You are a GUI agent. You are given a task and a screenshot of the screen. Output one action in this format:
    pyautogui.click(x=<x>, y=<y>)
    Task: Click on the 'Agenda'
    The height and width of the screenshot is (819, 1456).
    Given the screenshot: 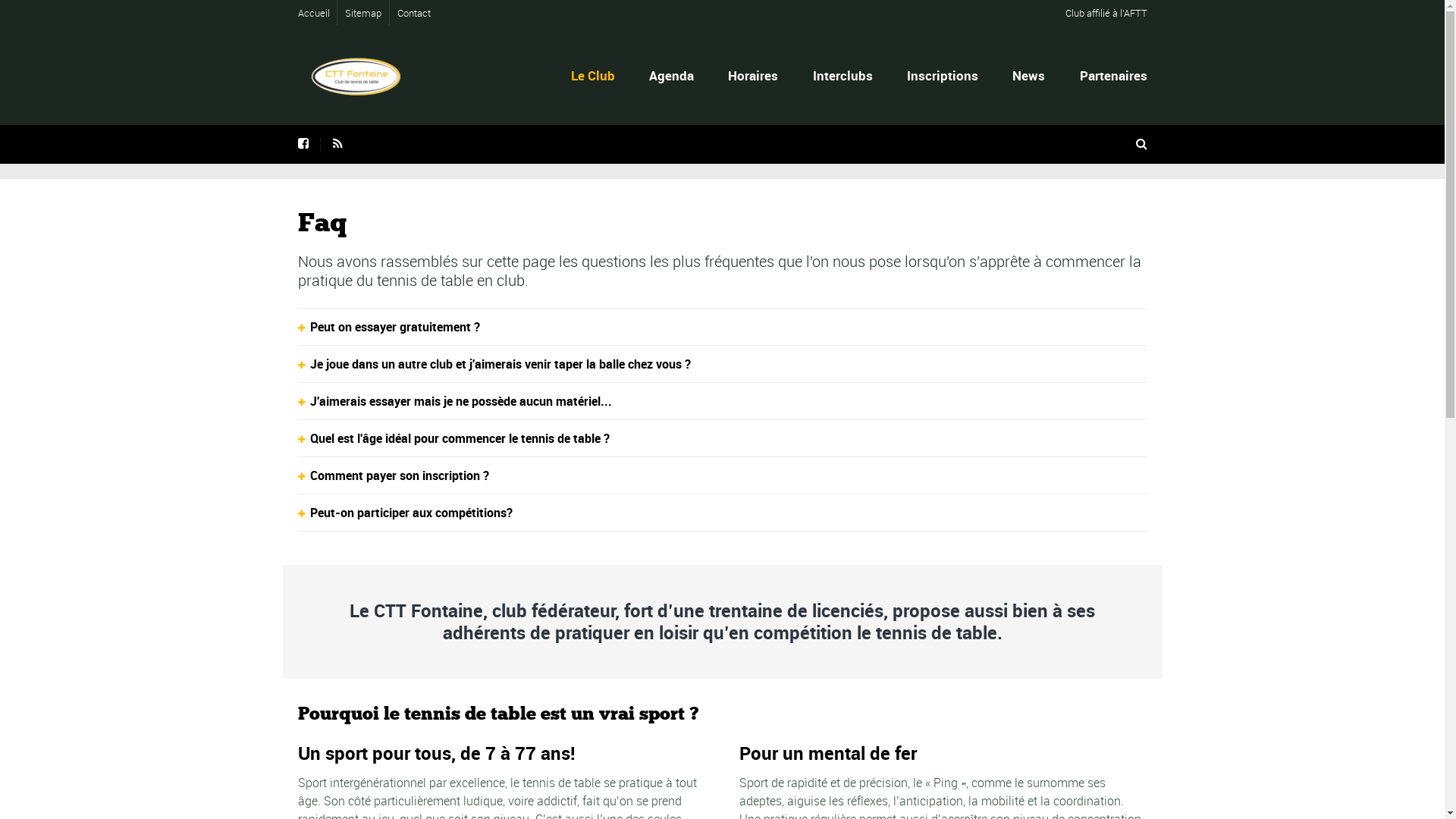 What is the action you would take?
    pyautogui.click(x=645, y=75)
    